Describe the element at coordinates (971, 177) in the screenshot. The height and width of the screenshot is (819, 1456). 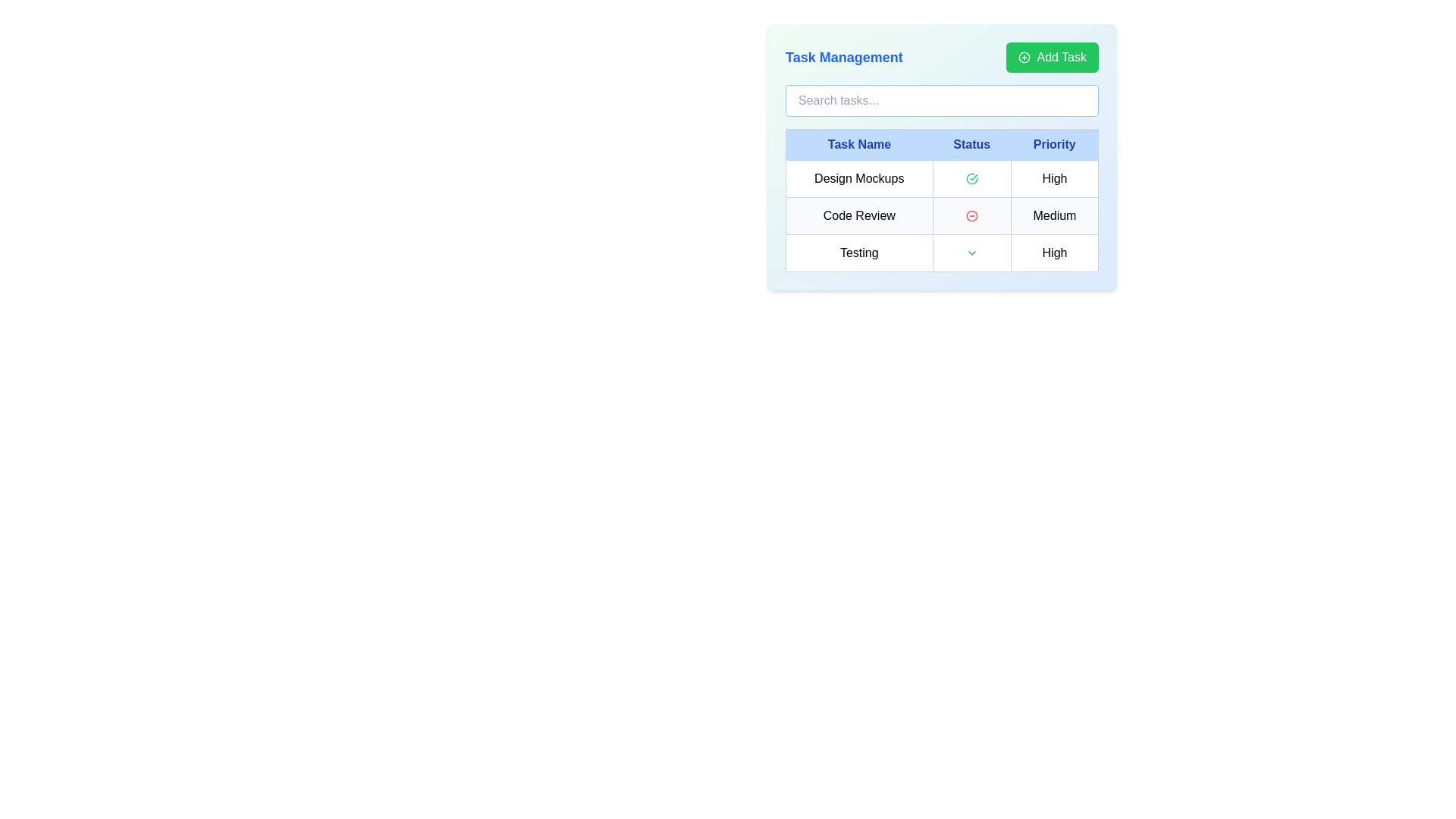
I see `the circular checkmark icon with a green stroke color, located in the second column of the first row under the 'Status' column, associated with the 'Design Mockups' task entry` at that location.